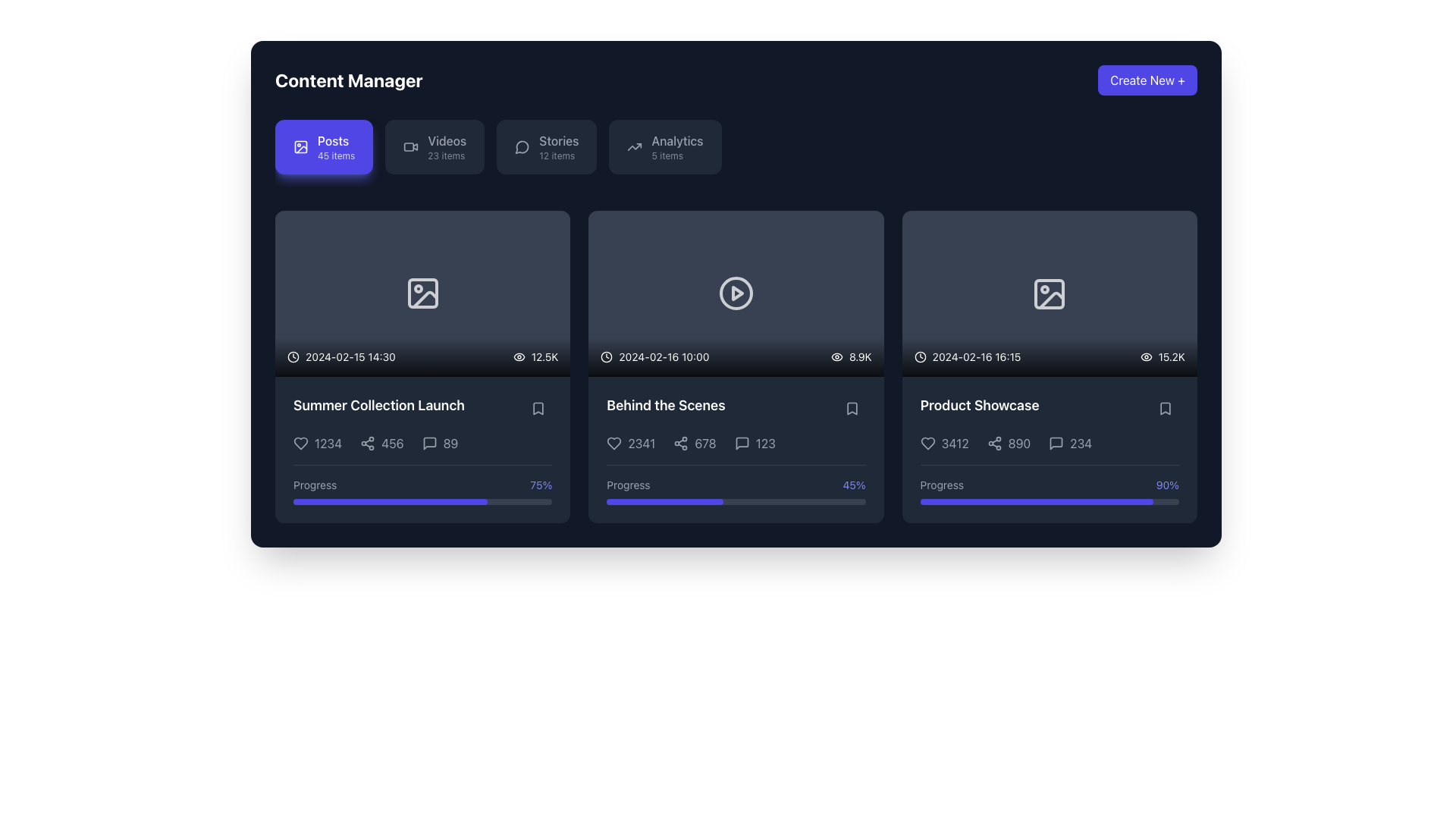 The height and width of the screenshot is (819, 1456). Describe the element at coordinates (293, 356) in the screenshot. I see `the circular clock icon with thin strokes located to the left of the timestamp '2024-02-15 14:30' in the post details card` at that location.